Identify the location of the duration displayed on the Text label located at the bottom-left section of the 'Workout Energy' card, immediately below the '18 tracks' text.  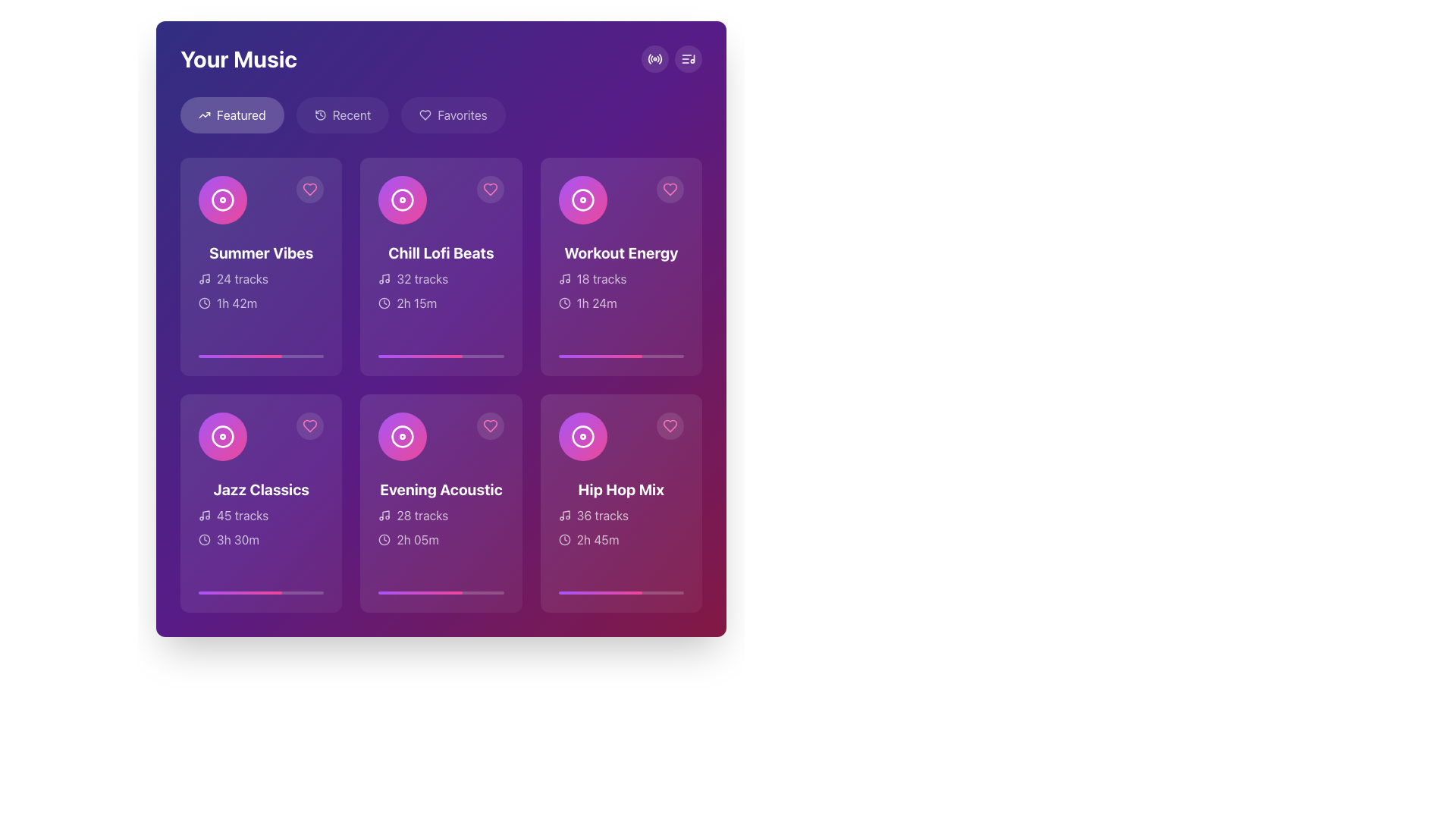
(621, 303).